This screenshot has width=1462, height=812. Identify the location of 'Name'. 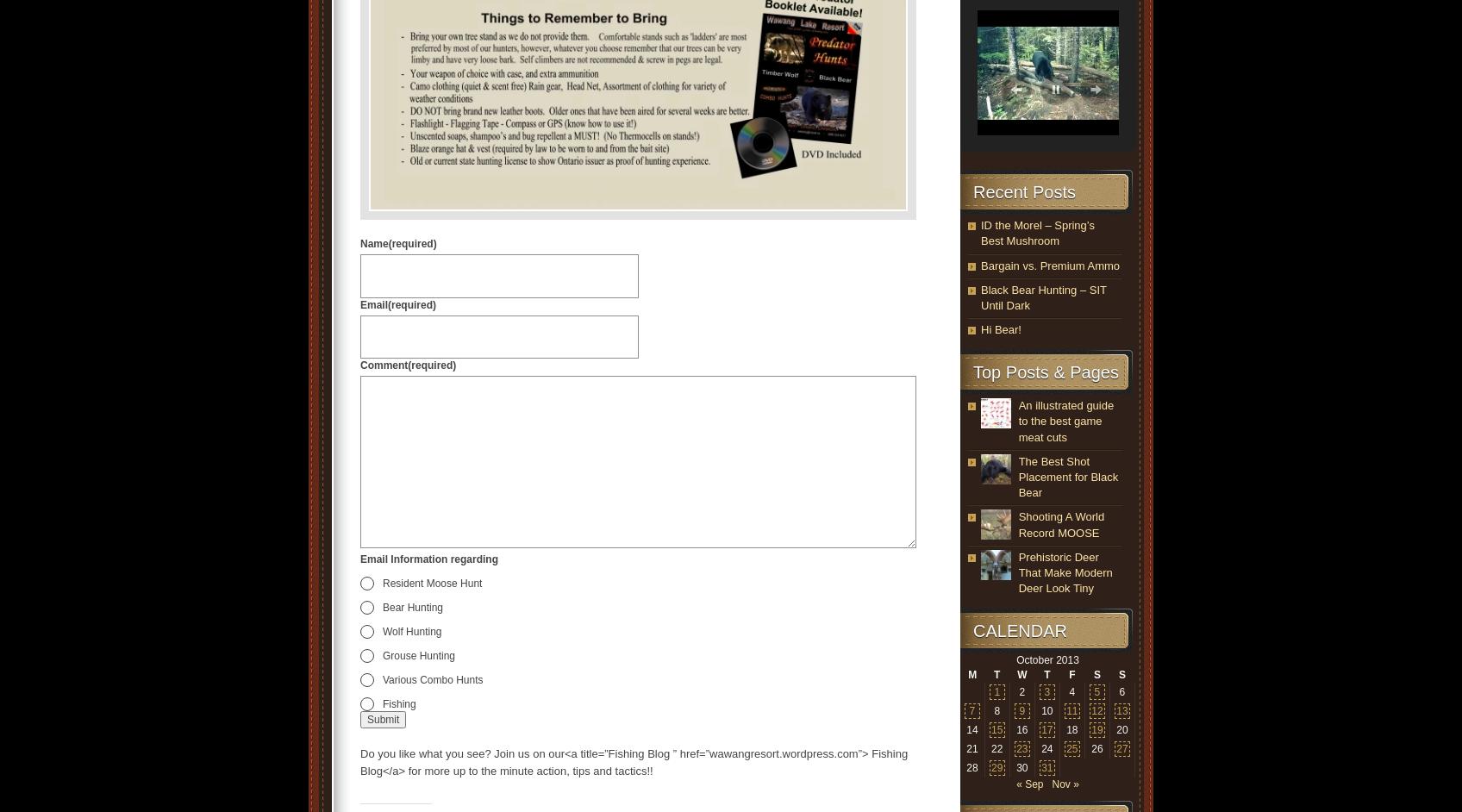
(359, 242).